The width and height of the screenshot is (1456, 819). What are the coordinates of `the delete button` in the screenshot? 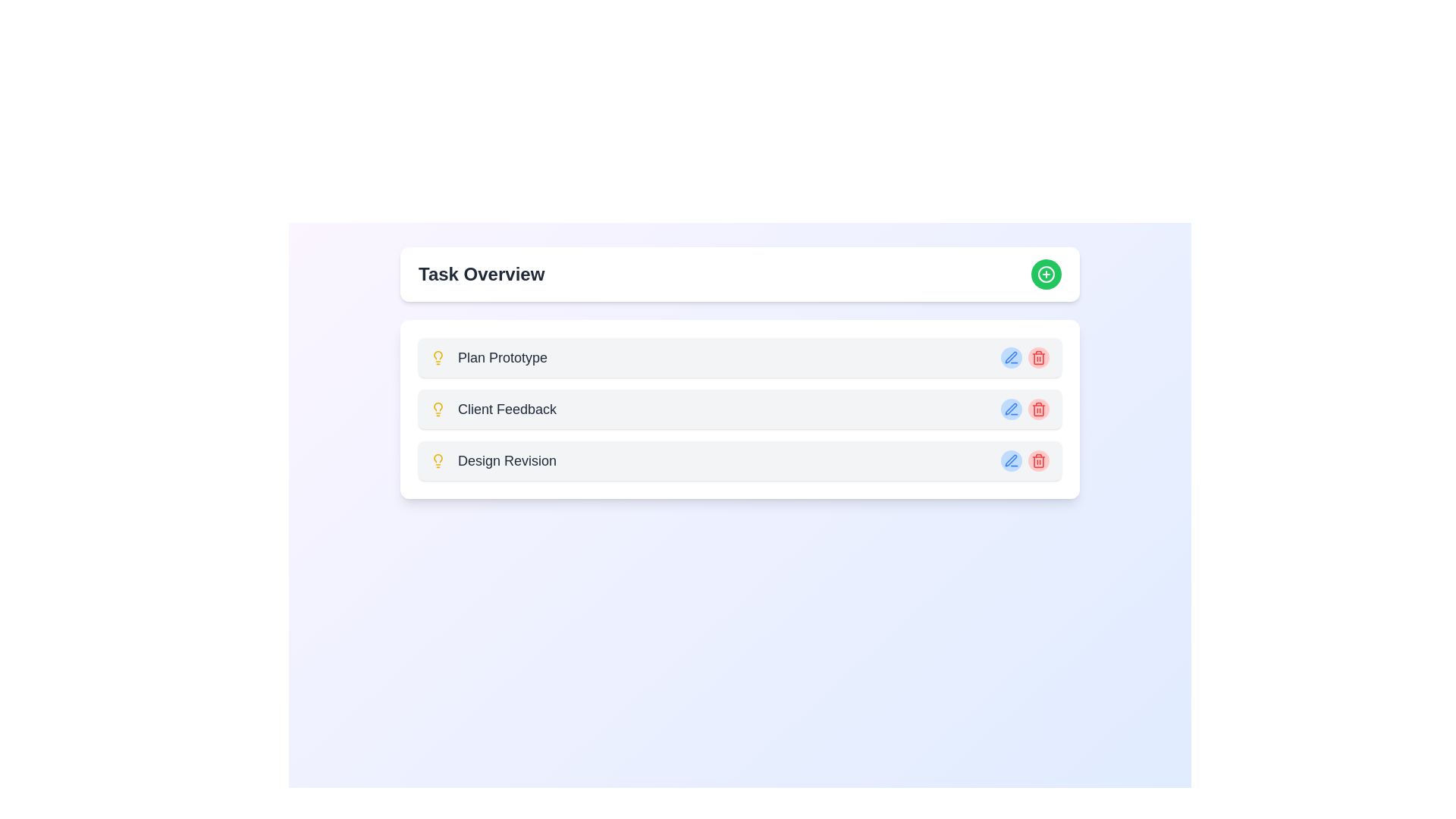 It's located at (1037, 357).